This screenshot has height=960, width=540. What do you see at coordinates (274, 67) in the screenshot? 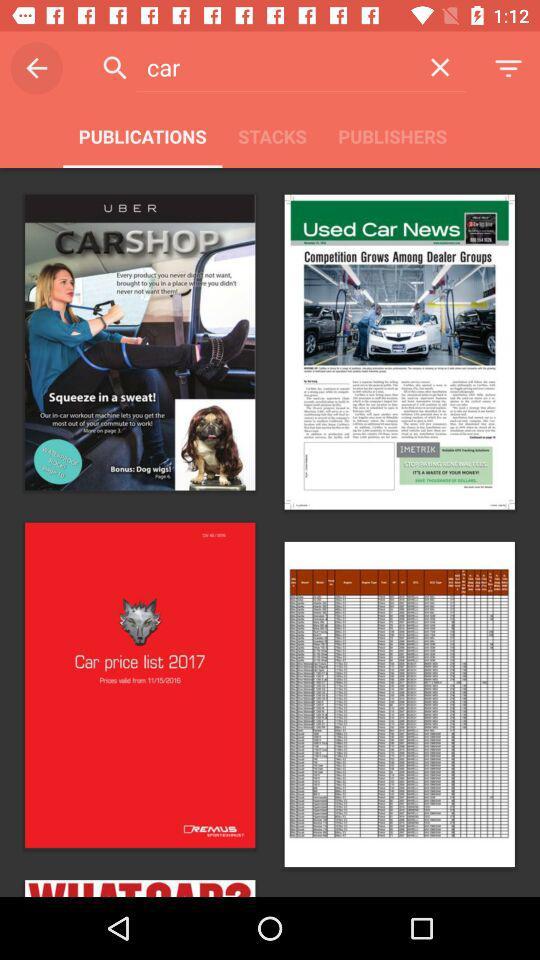
I see `the title of the page` at bounding box center [274, 67].